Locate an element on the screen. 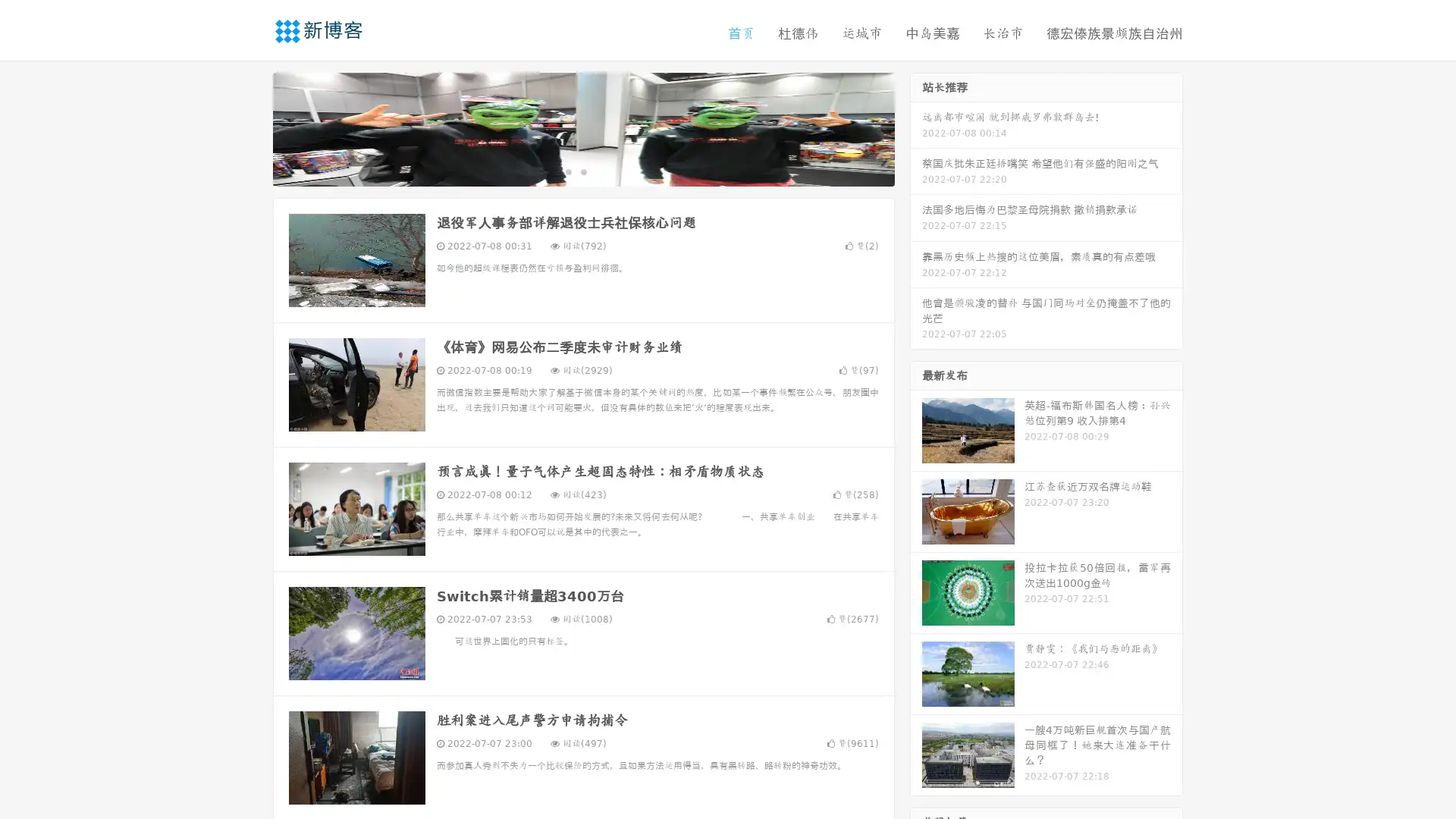 The image size is (1456, 819). Go to slide 2 is located at coordinates (582, 171).